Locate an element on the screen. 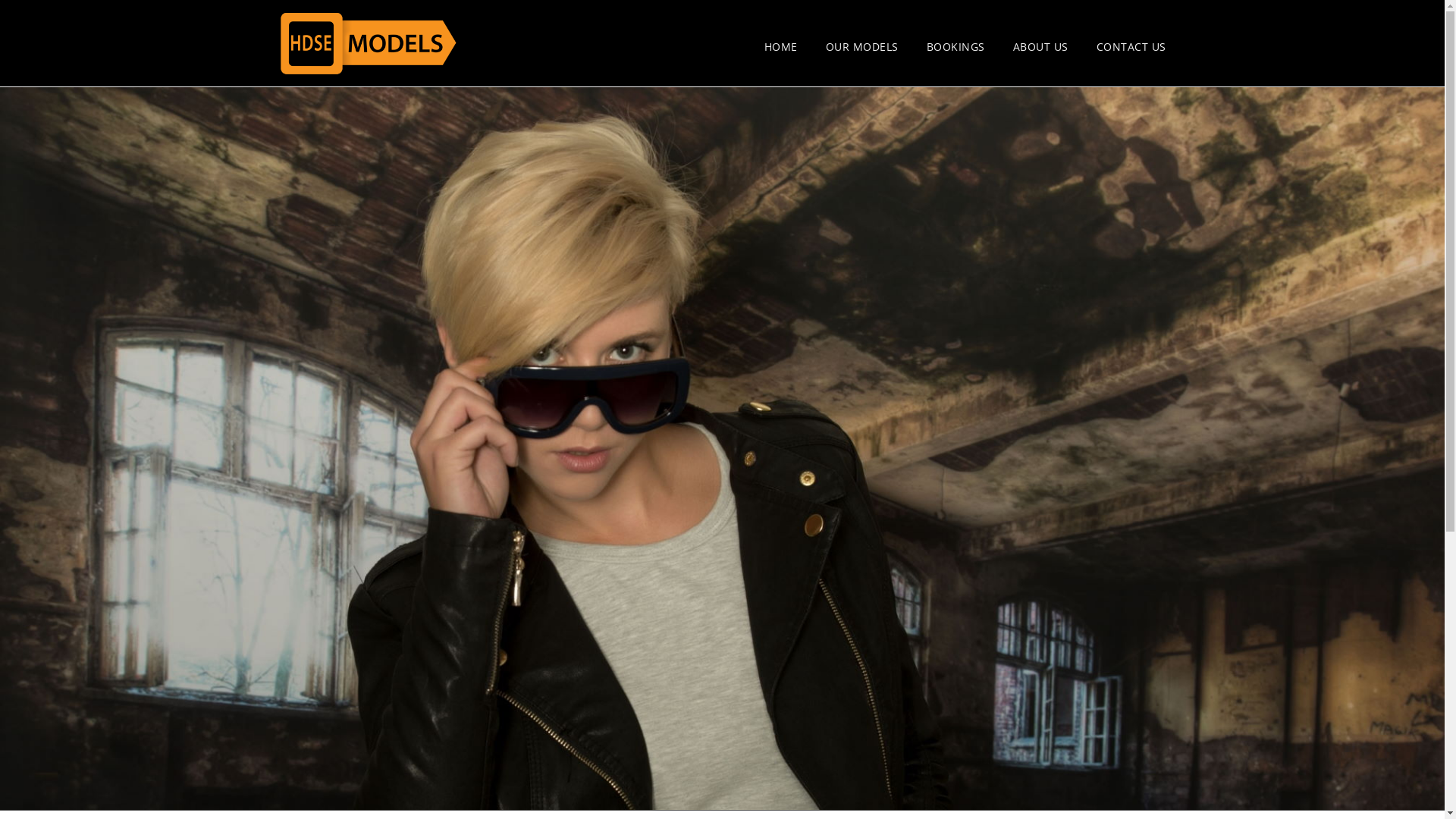  'HOME' is located at coordinates (764, 45).